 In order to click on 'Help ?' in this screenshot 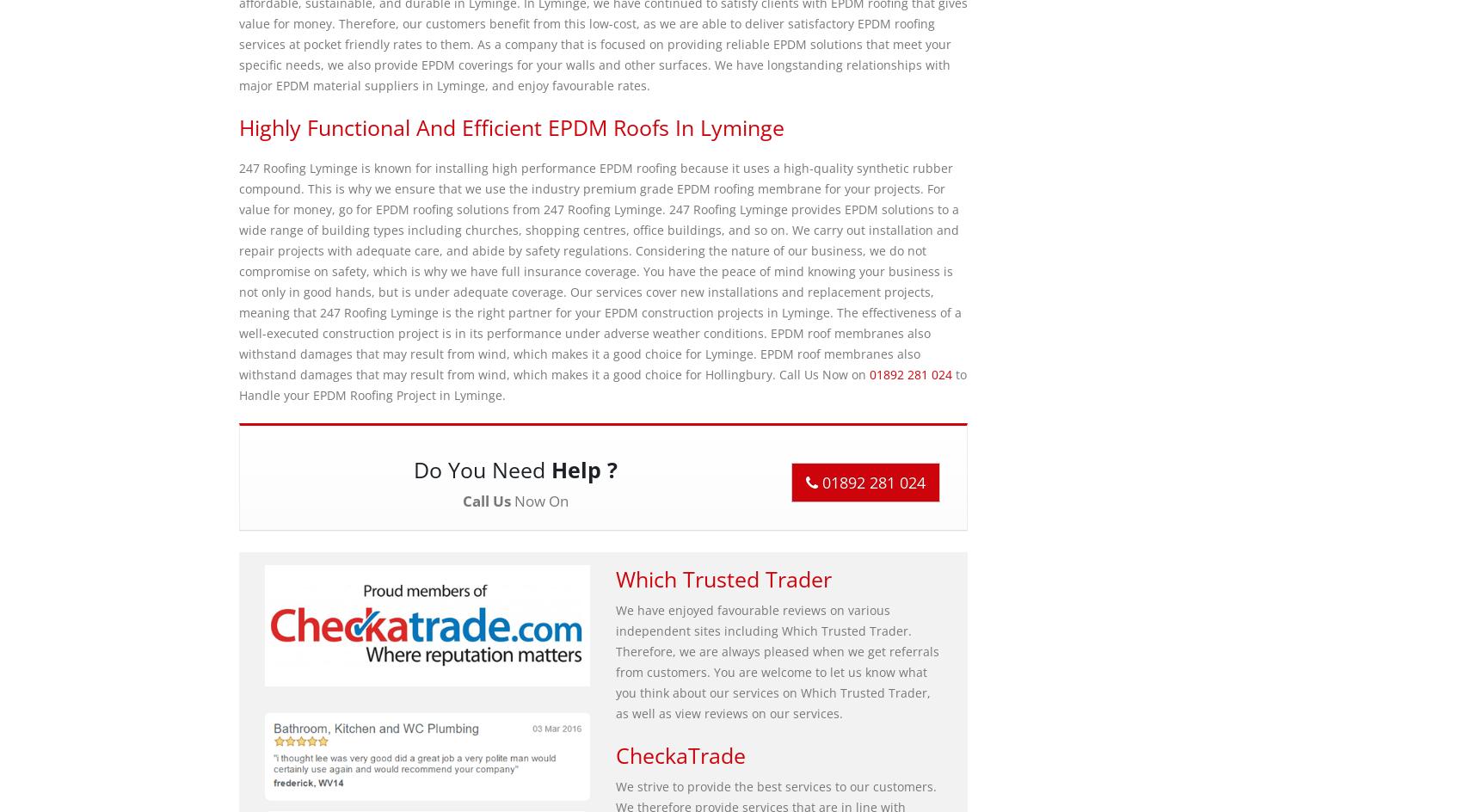, I will do `click(584, 469)`.